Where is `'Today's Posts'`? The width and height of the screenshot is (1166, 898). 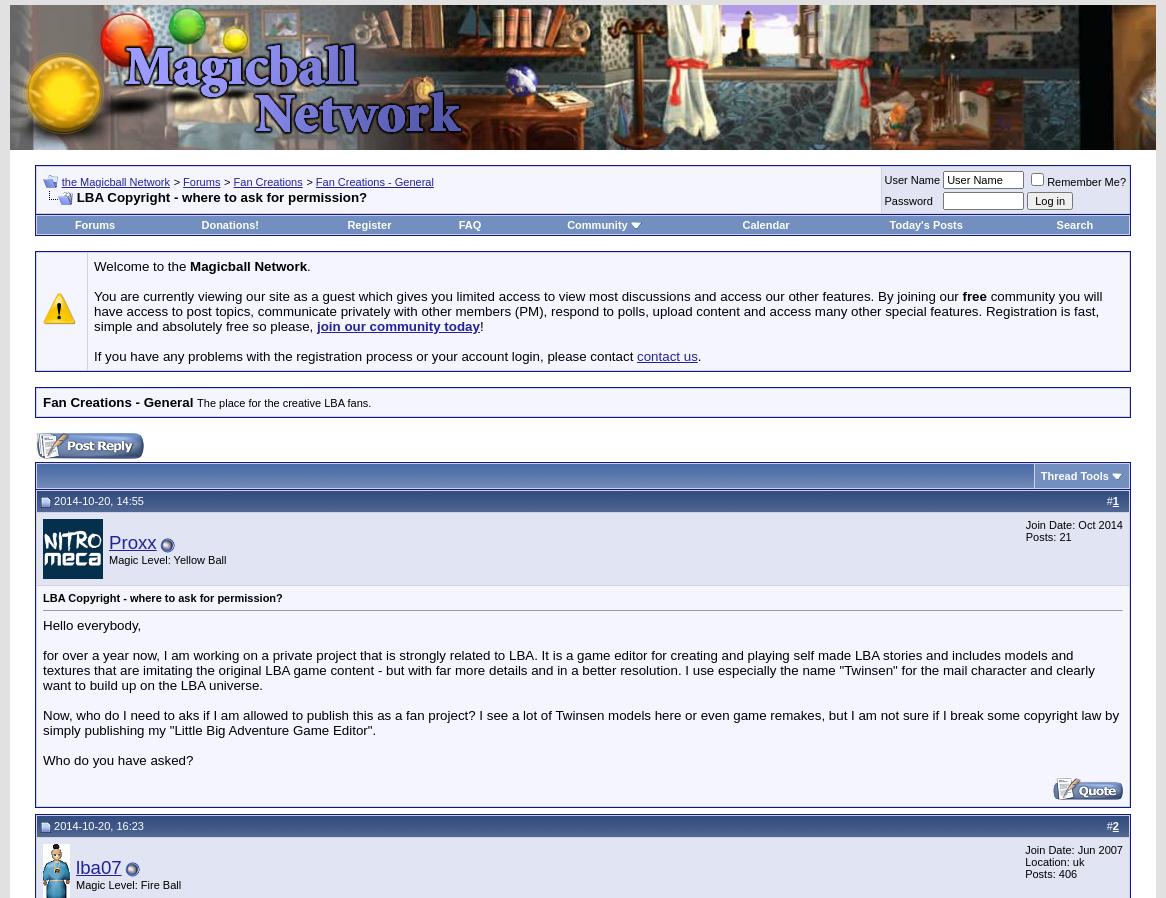
'Today's Posts' is located at coordinates (924, 224).